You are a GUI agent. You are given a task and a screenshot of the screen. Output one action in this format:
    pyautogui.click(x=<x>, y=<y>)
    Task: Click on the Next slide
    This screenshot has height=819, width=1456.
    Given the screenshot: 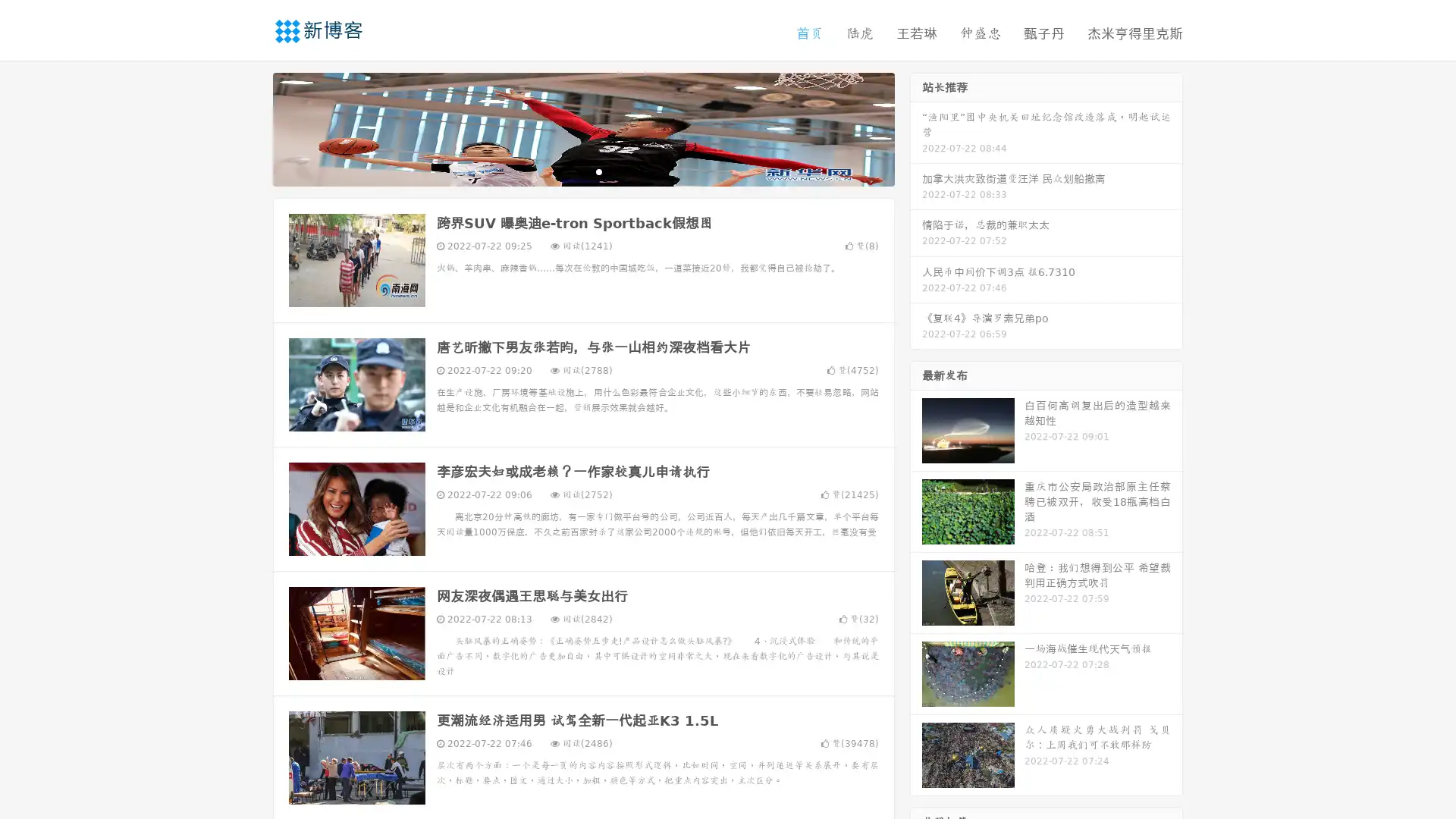 What is the action you would take?
    pyautogui.click(x=916, y=127)
    